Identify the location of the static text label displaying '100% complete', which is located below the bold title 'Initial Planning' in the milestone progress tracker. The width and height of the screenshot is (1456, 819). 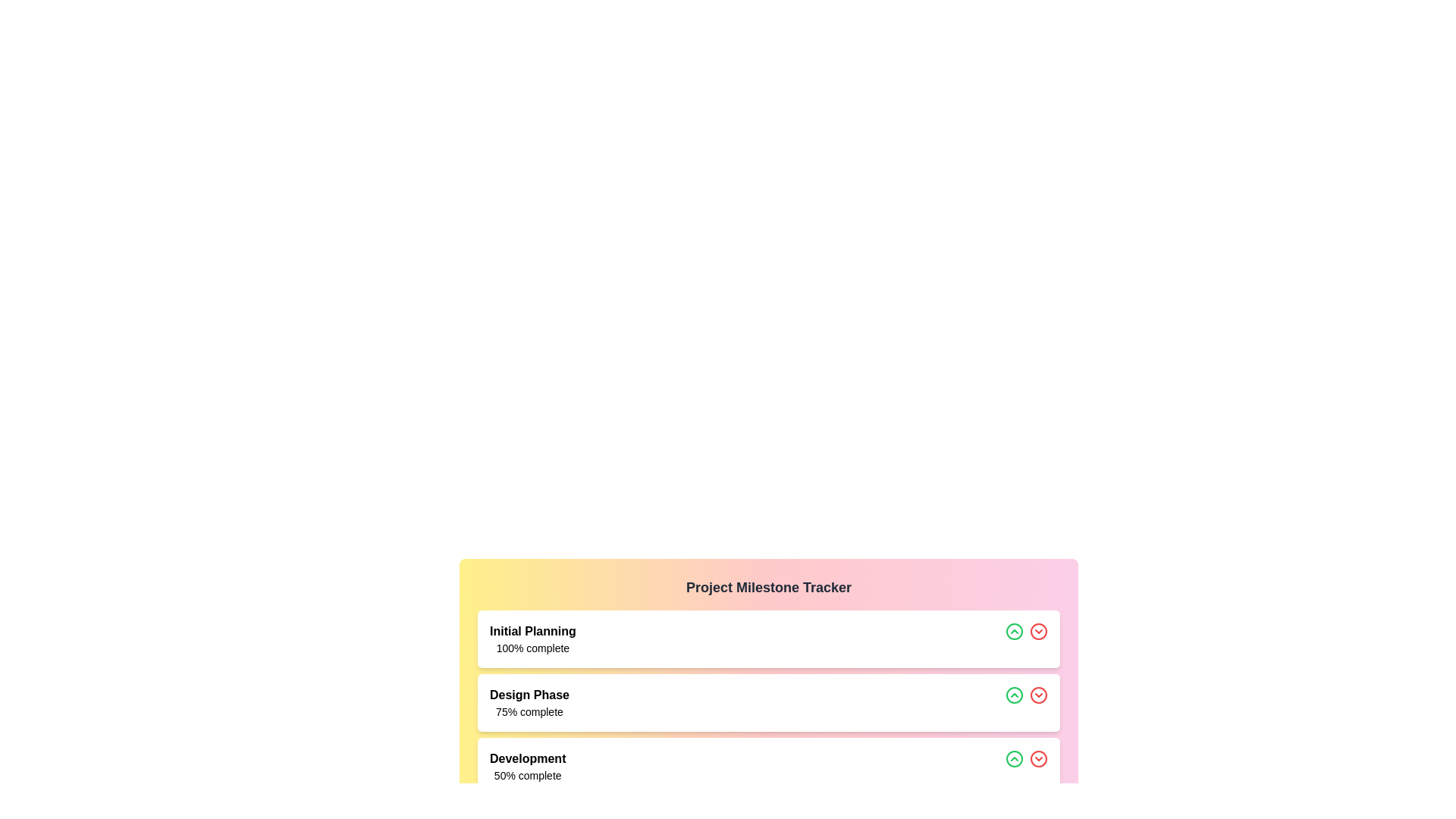
(532, 648).